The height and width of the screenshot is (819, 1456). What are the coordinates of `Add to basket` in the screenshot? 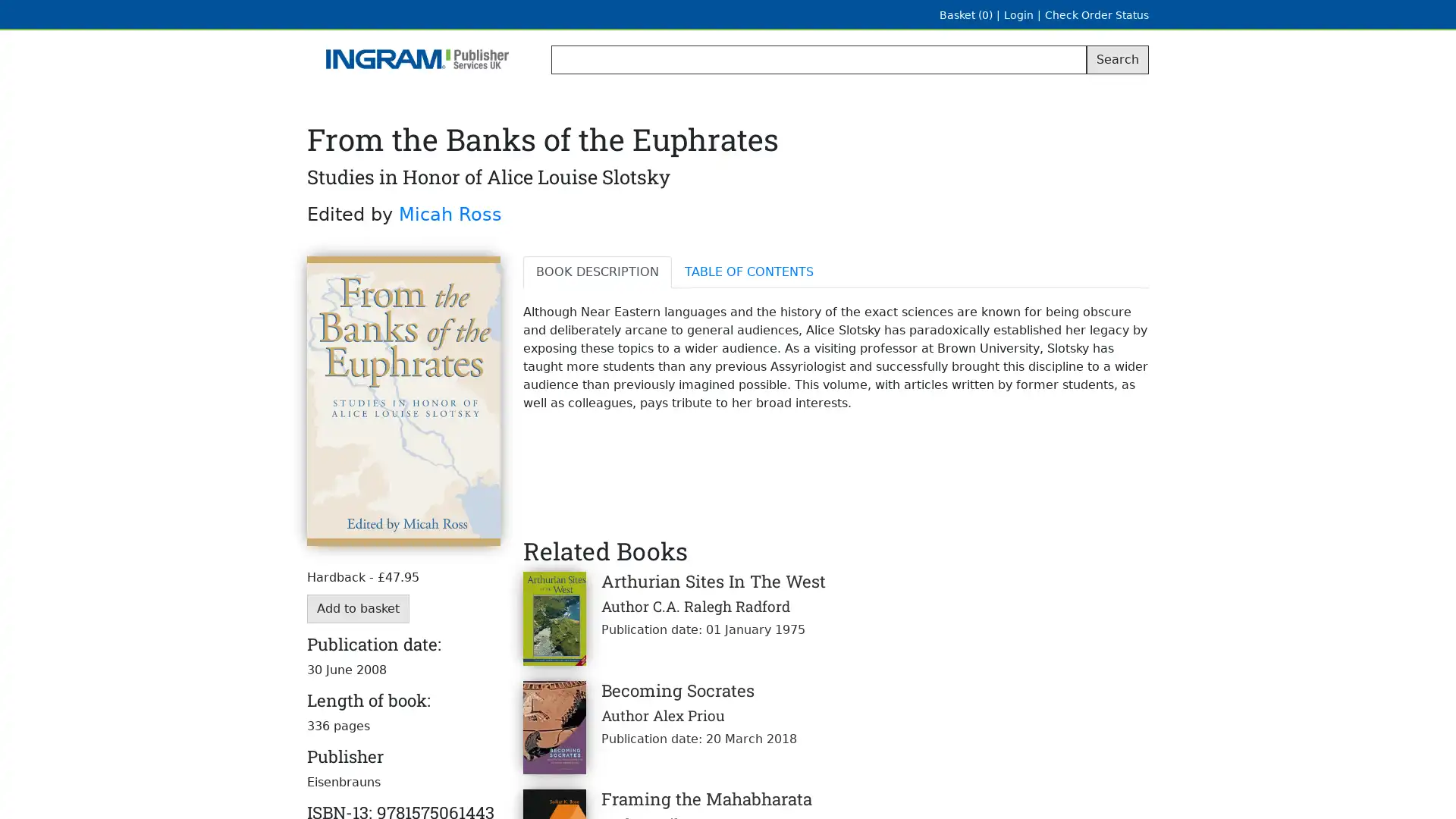 It's located at (357, 607).